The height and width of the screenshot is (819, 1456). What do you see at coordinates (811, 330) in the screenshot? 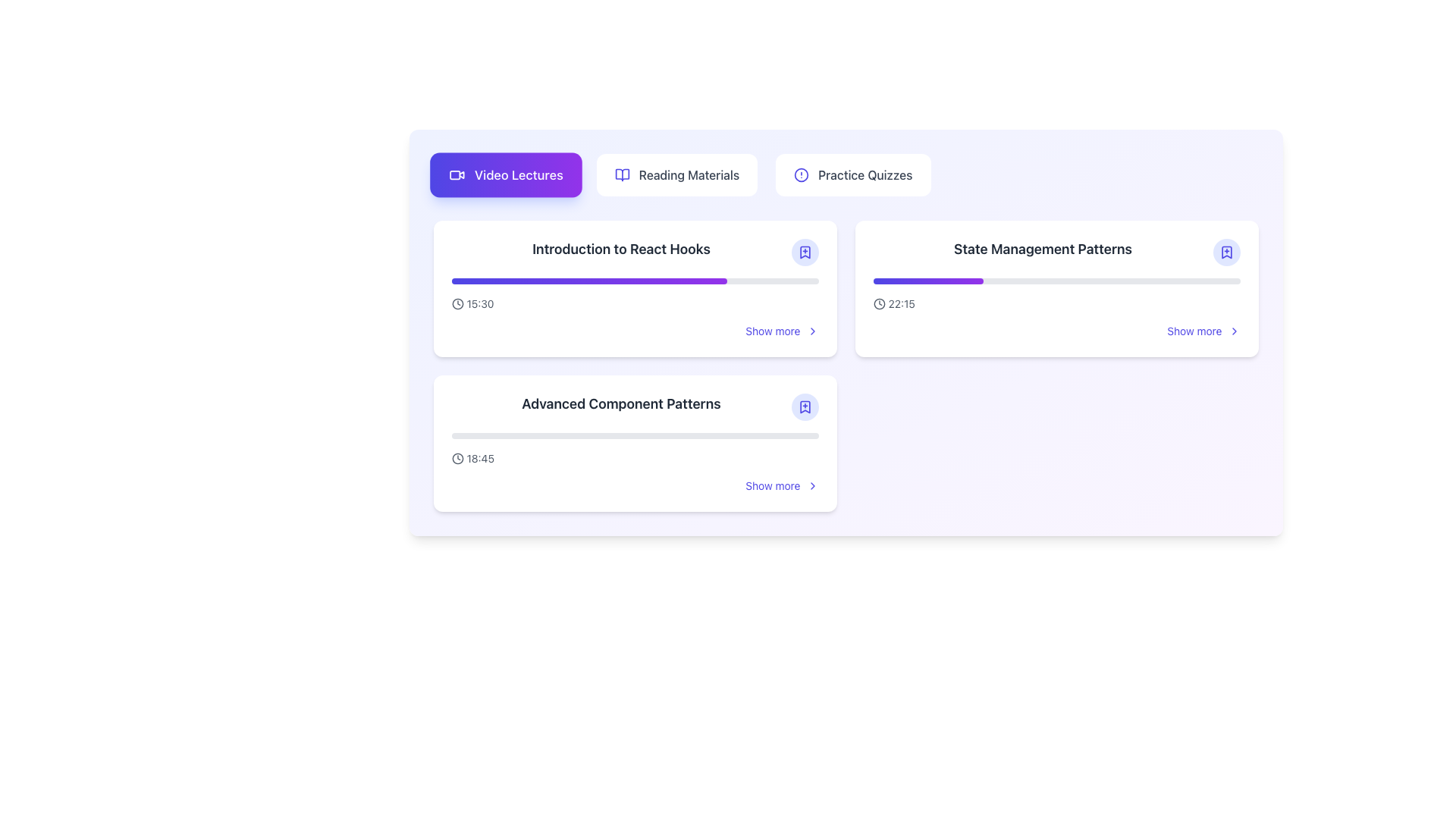
I see `the arrow icon located immediately to the right of the 'Show more' text under each lecture entry` at bounding box center [811, 330].